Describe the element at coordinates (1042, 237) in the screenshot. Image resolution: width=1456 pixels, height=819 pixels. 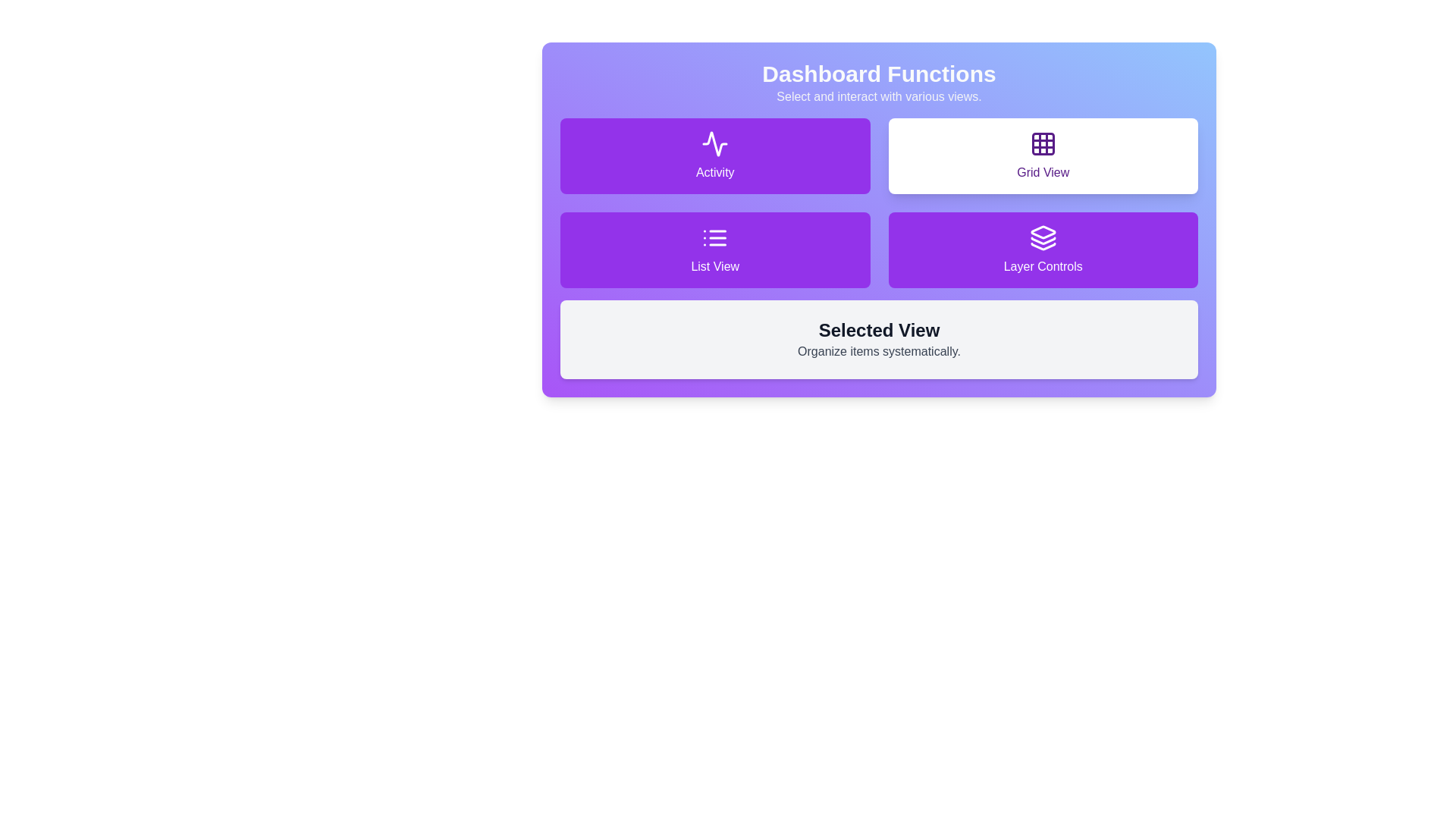
I see `the icon with three stacked layers, depicted in white and within a purple square, located above the 'Layer Controls' text in the lower-right corner of the Dashboard Functions interface` at that location.